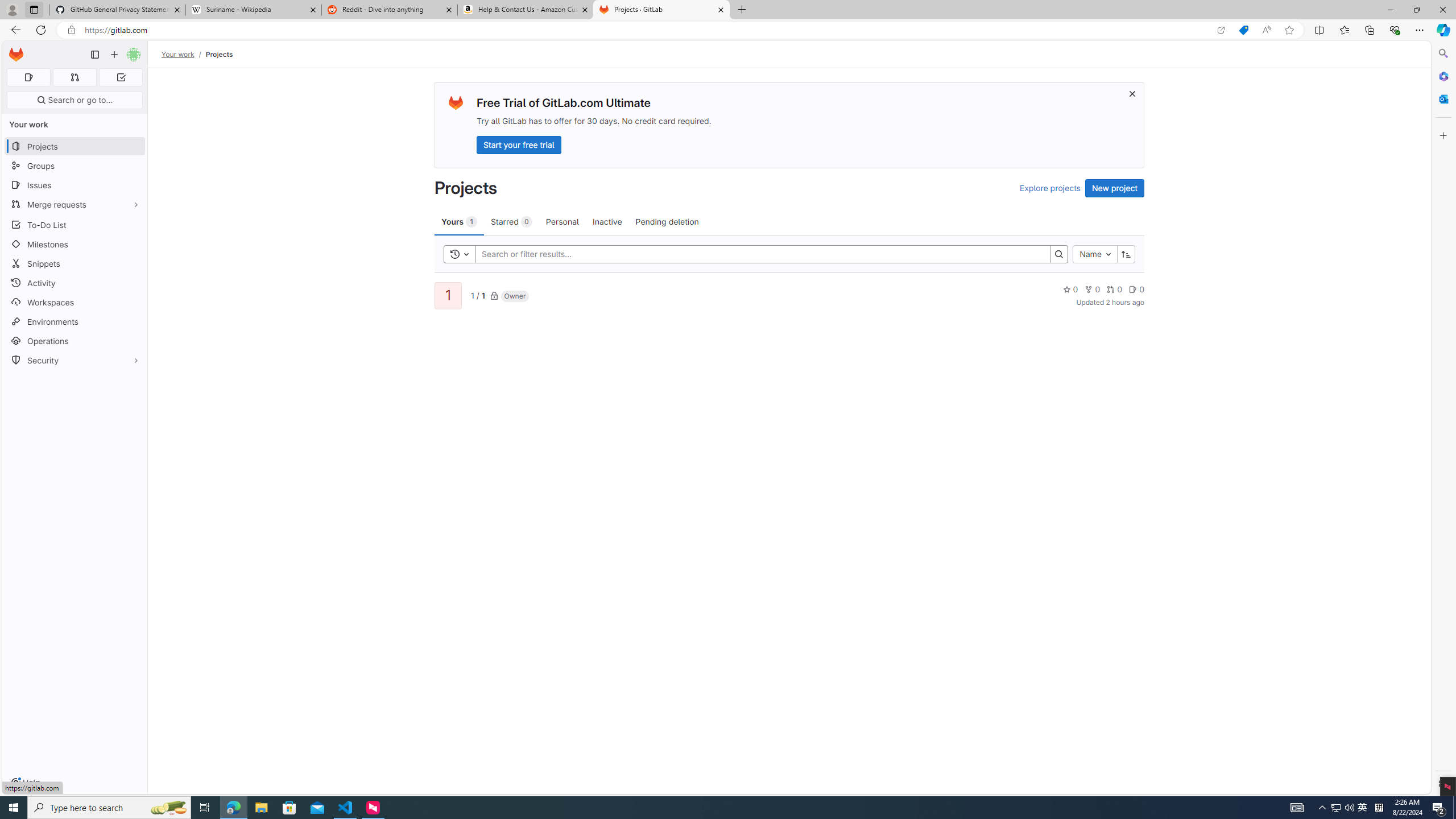 The image size is (1456, 819). I want to click on 'To-Do List', so click(74, 224).